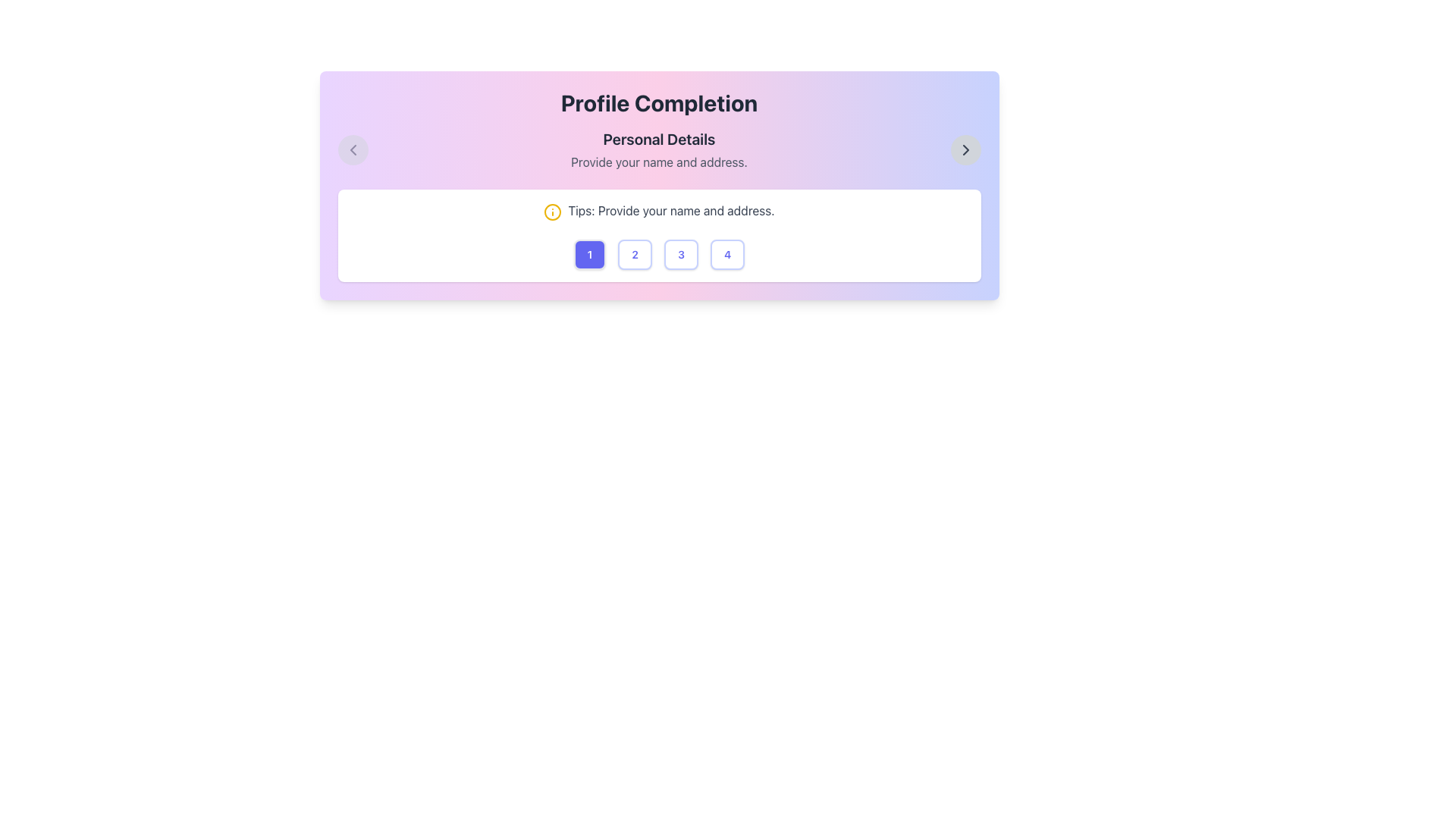  I want to click on the rectangular button with the vibrant indigo background displaying the number '1', so click(588, 253).